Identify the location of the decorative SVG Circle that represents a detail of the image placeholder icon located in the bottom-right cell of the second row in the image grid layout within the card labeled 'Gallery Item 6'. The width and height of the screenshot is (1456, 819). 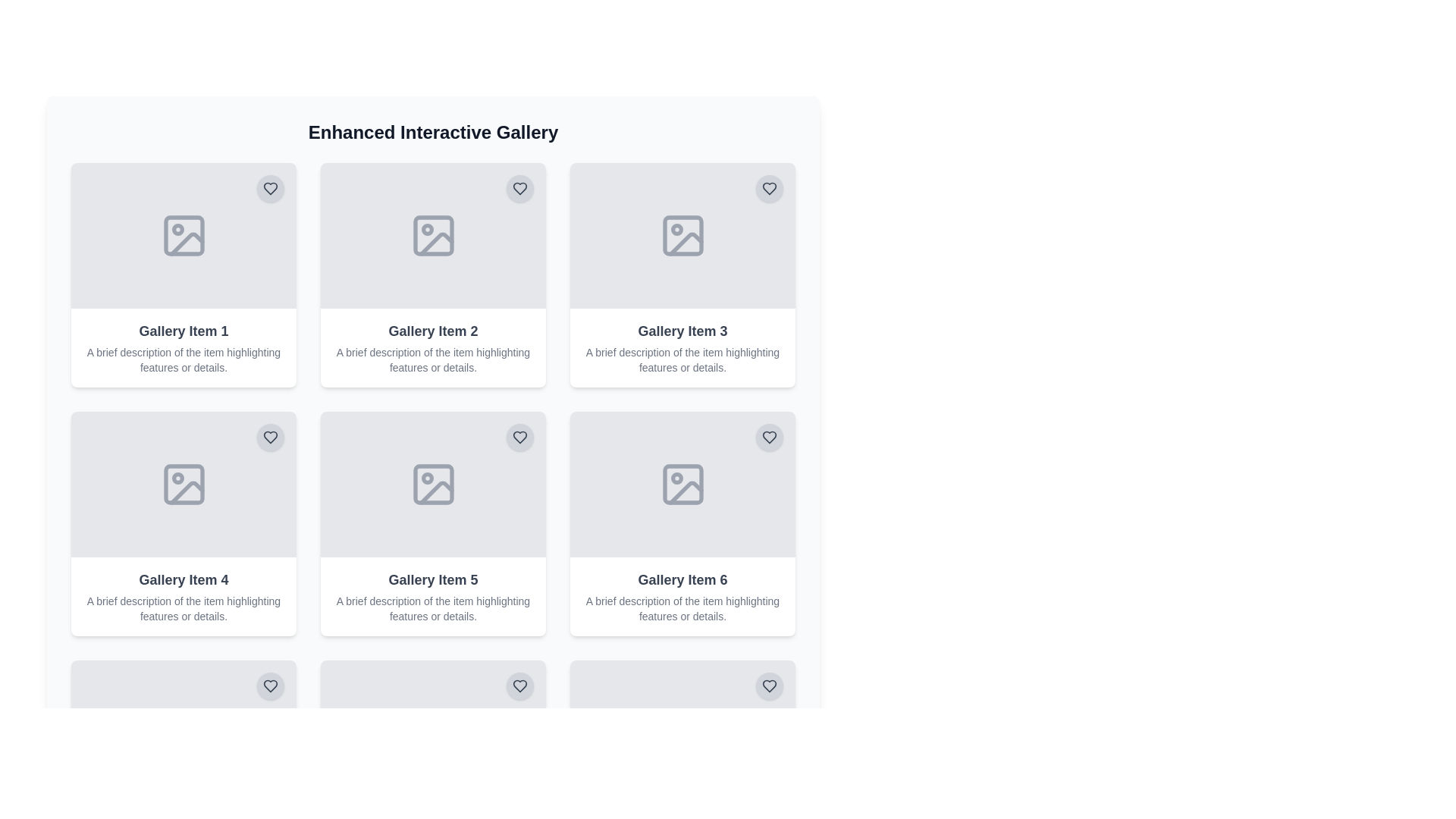
(676, 479).